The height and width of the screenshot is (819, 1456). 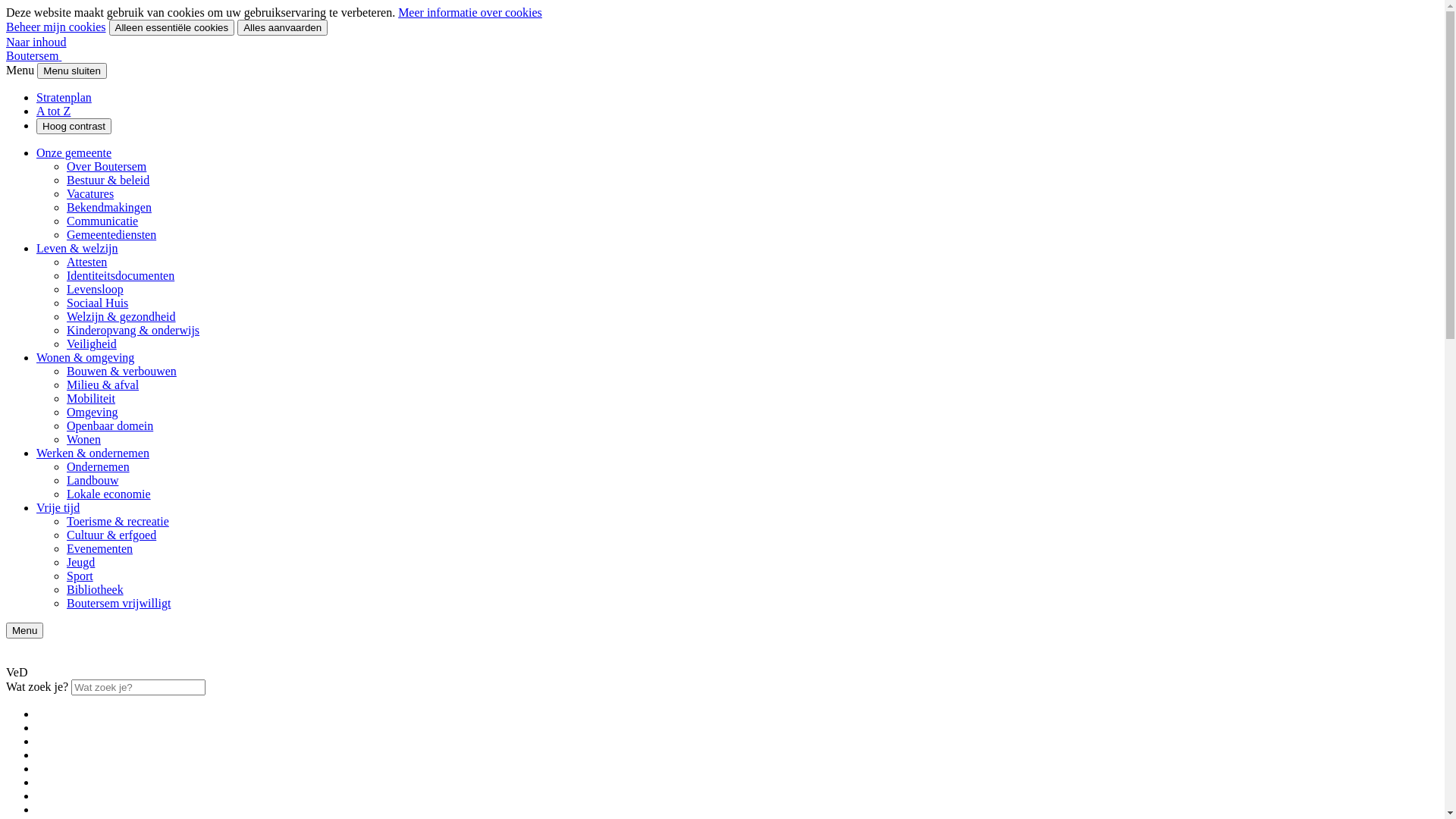 What do you see at coordinates (65, 425) in the screenshot?
I see `'Openbaar domein'` at bounding box center [65, 425].